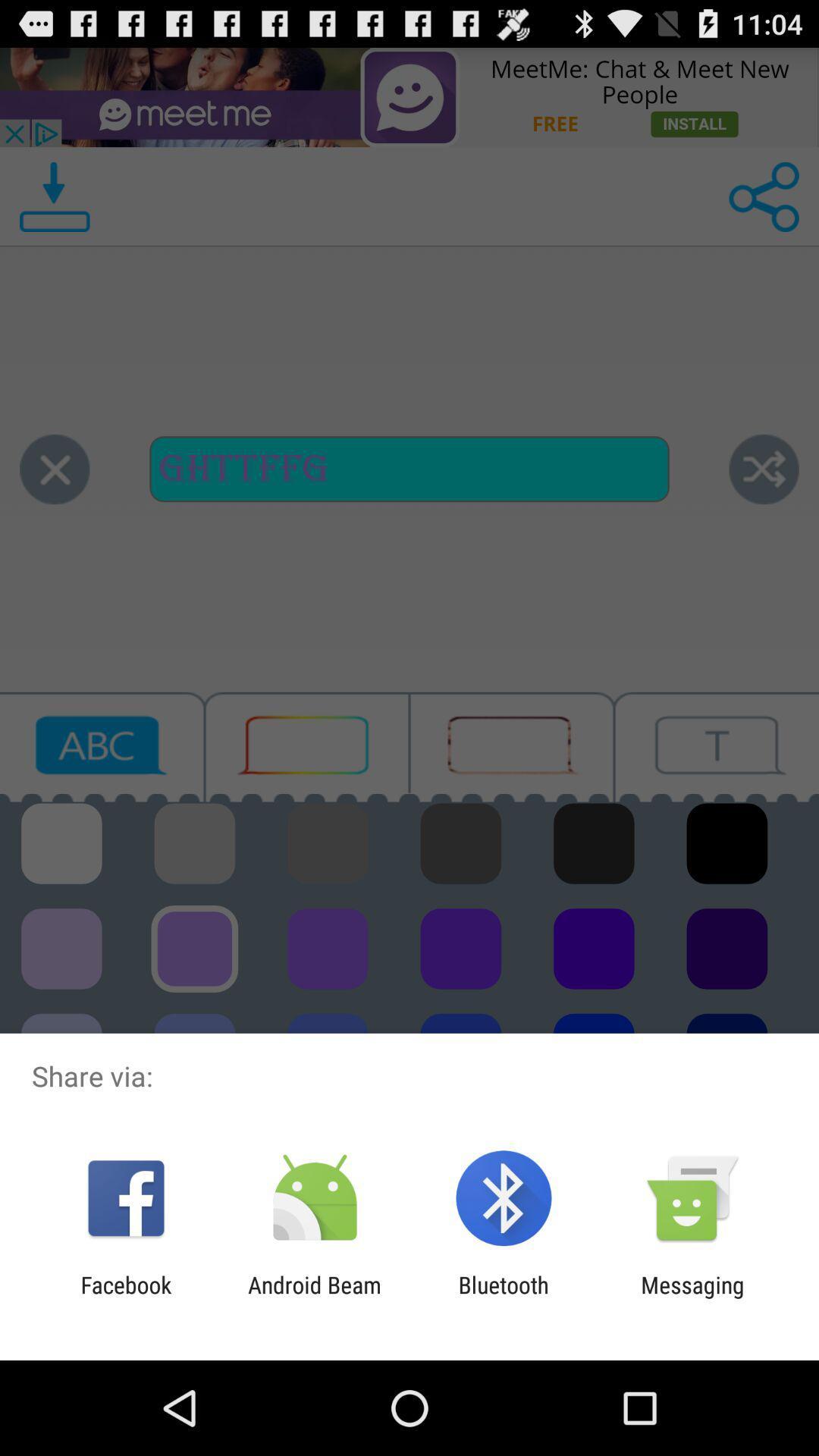  I want to click on item to the right of facebook item, so click(314, 1298).